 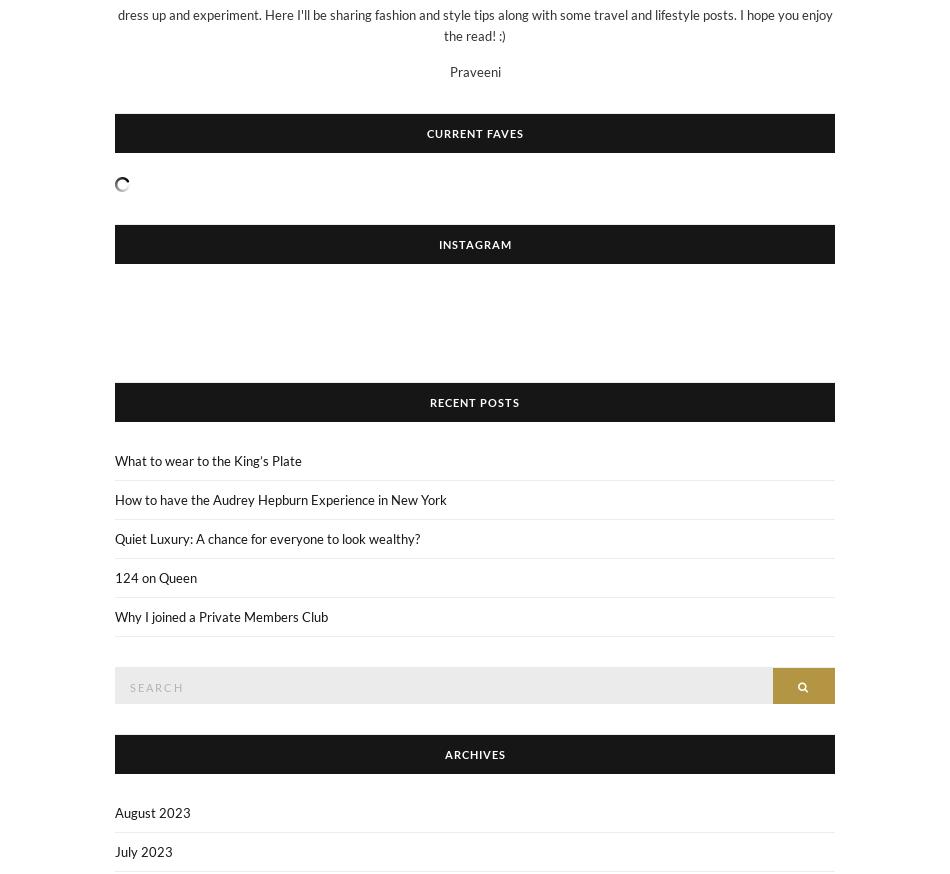 I want to click on 'July 2023', so click(x=144, y=851).